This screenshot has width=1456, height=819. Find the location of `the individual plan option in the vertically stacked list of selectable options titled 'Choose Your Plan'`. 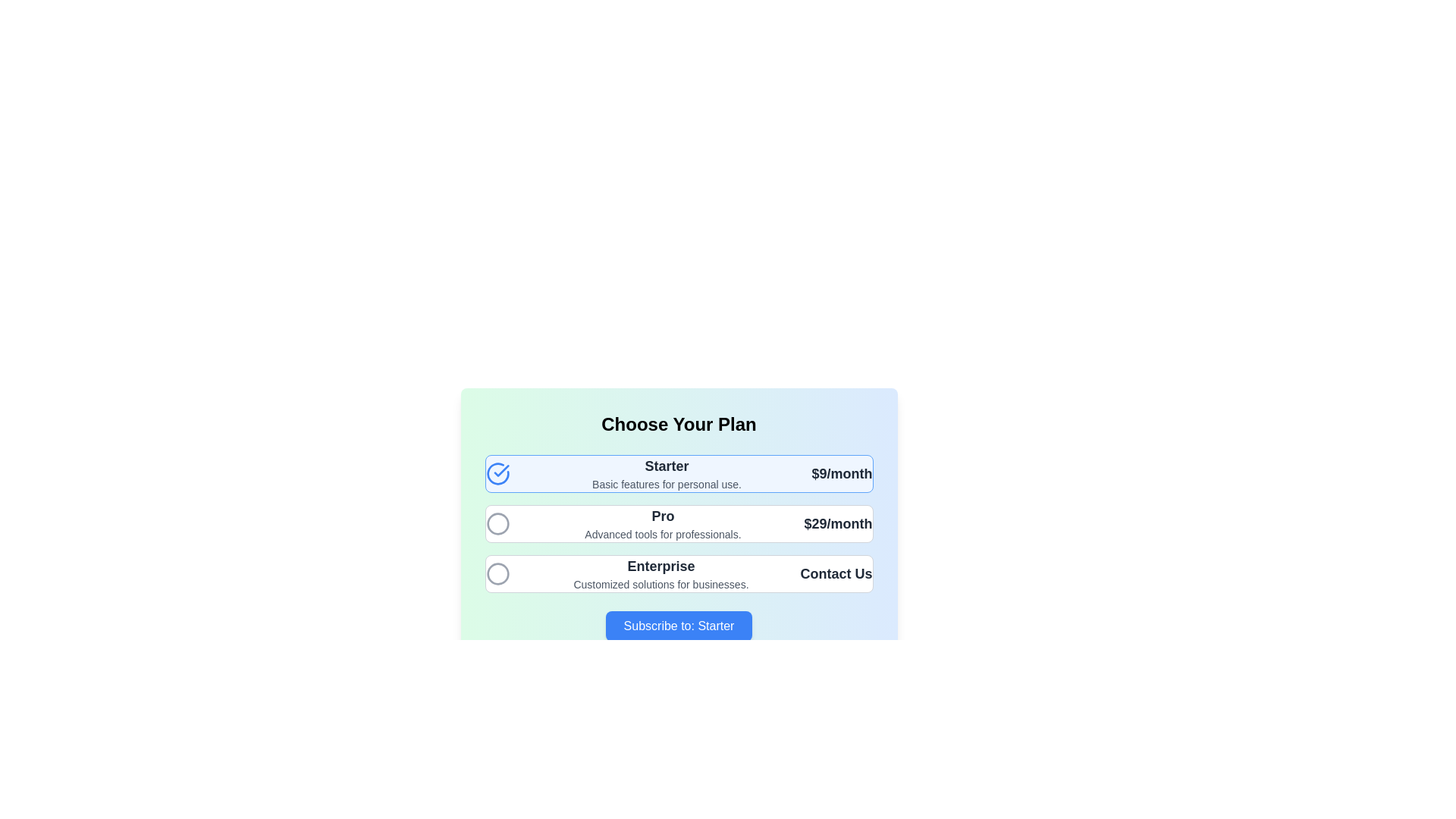

the individual plan option in the vertically stacked list of selectable options titled 'Choose Your Plan' is located at coordinates (678, 522).